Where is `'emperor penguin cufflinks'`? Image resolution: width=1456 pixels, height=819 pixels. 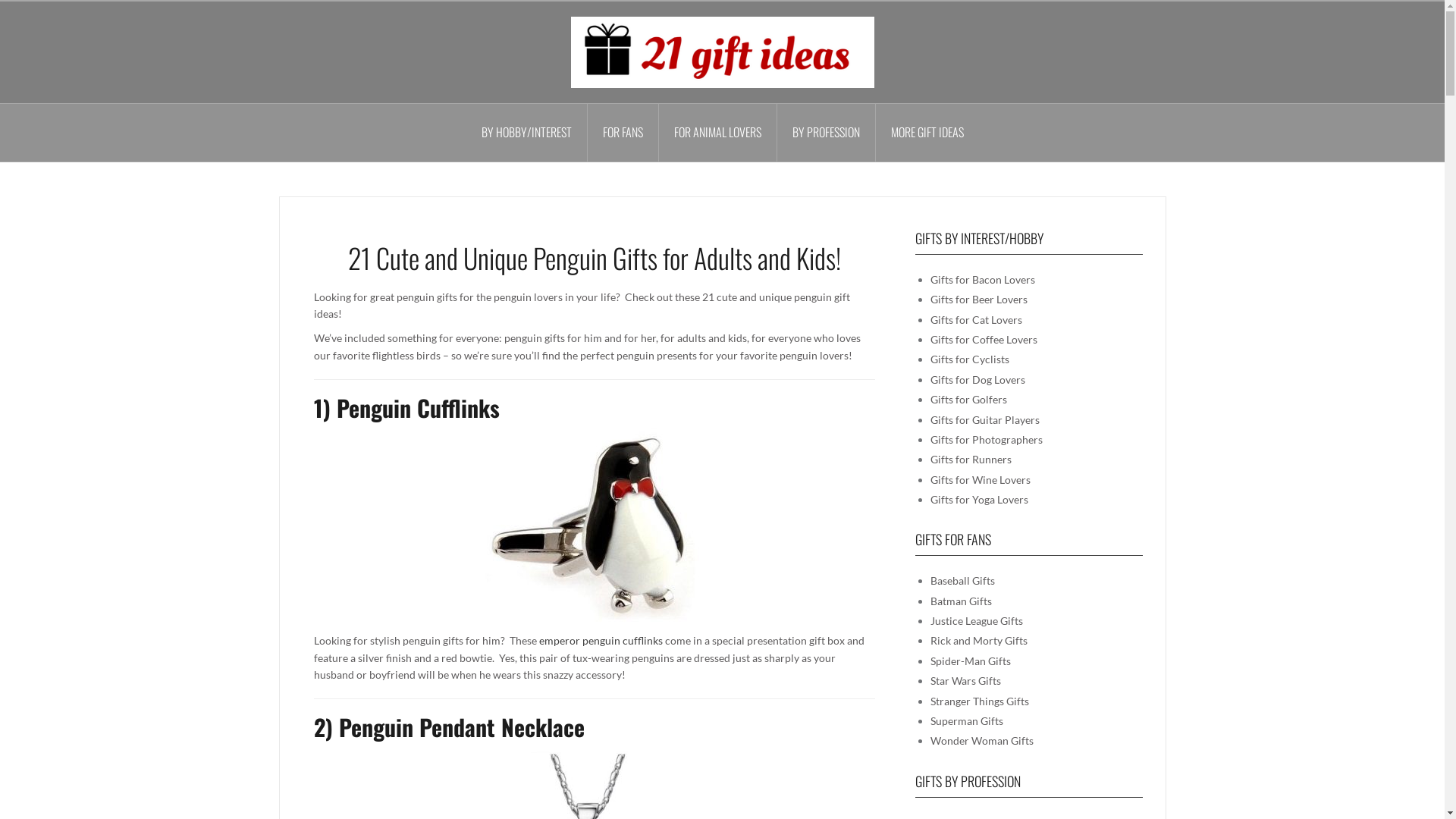 'emperor penguin cufflinks' is located at coordinates (538, 640).